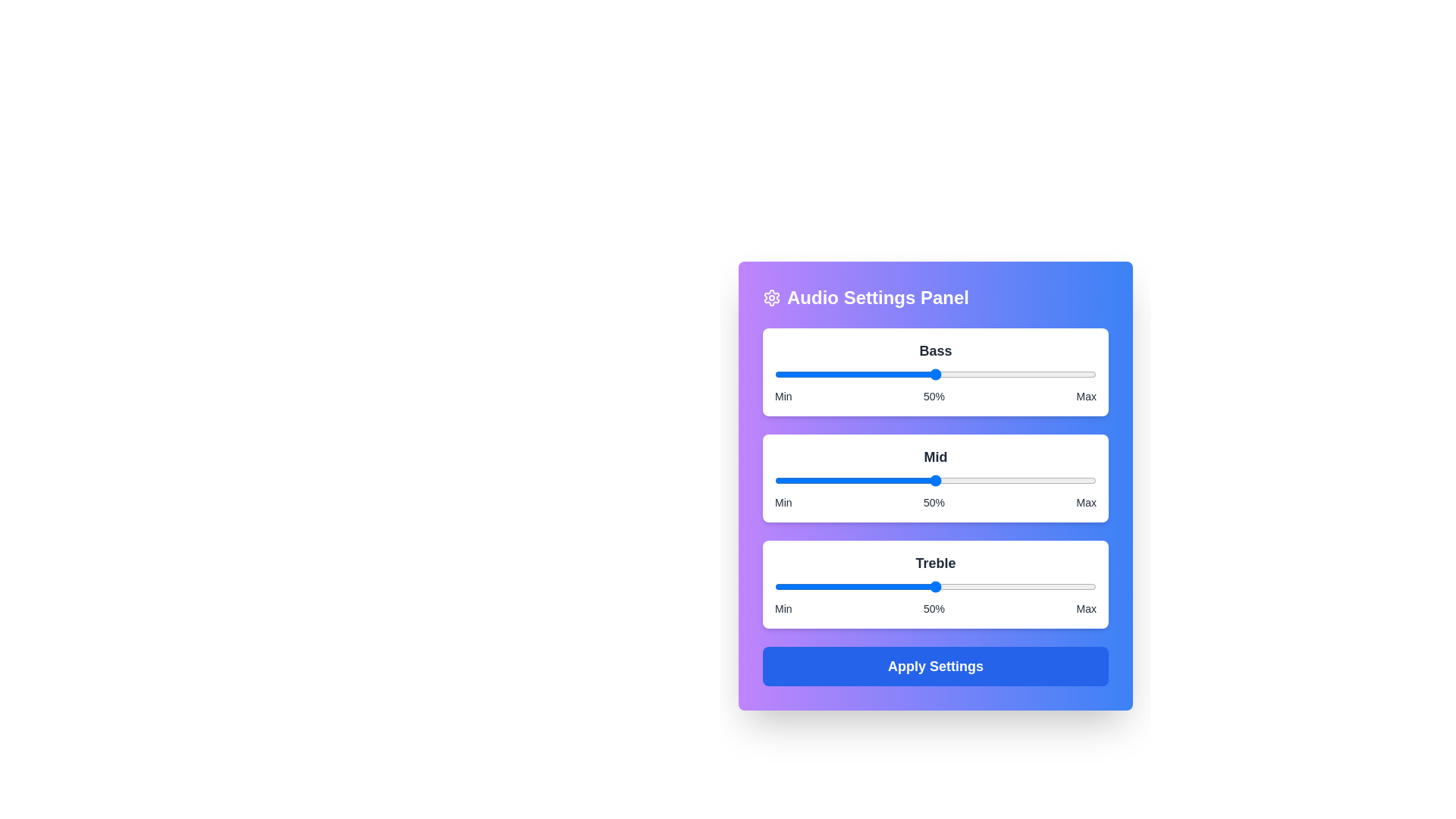 This screenshot has height=819, width=1456. Describe the element at coordinates (884, 586) in the screenshot. I see `the treble level` at that location.